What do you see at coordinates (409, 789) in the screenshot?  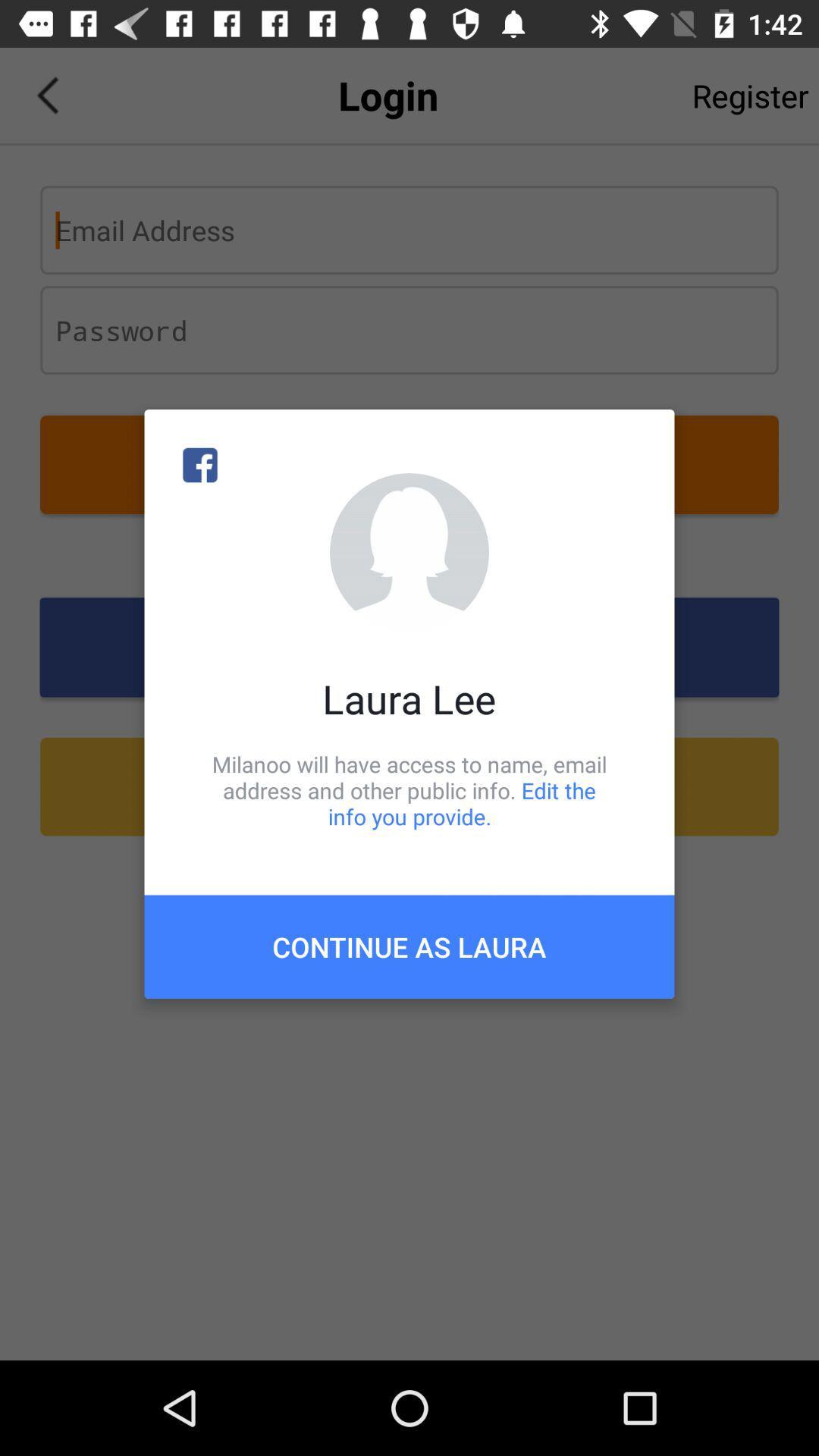 I see `milanoo will have` at bounding box center [409, 789].